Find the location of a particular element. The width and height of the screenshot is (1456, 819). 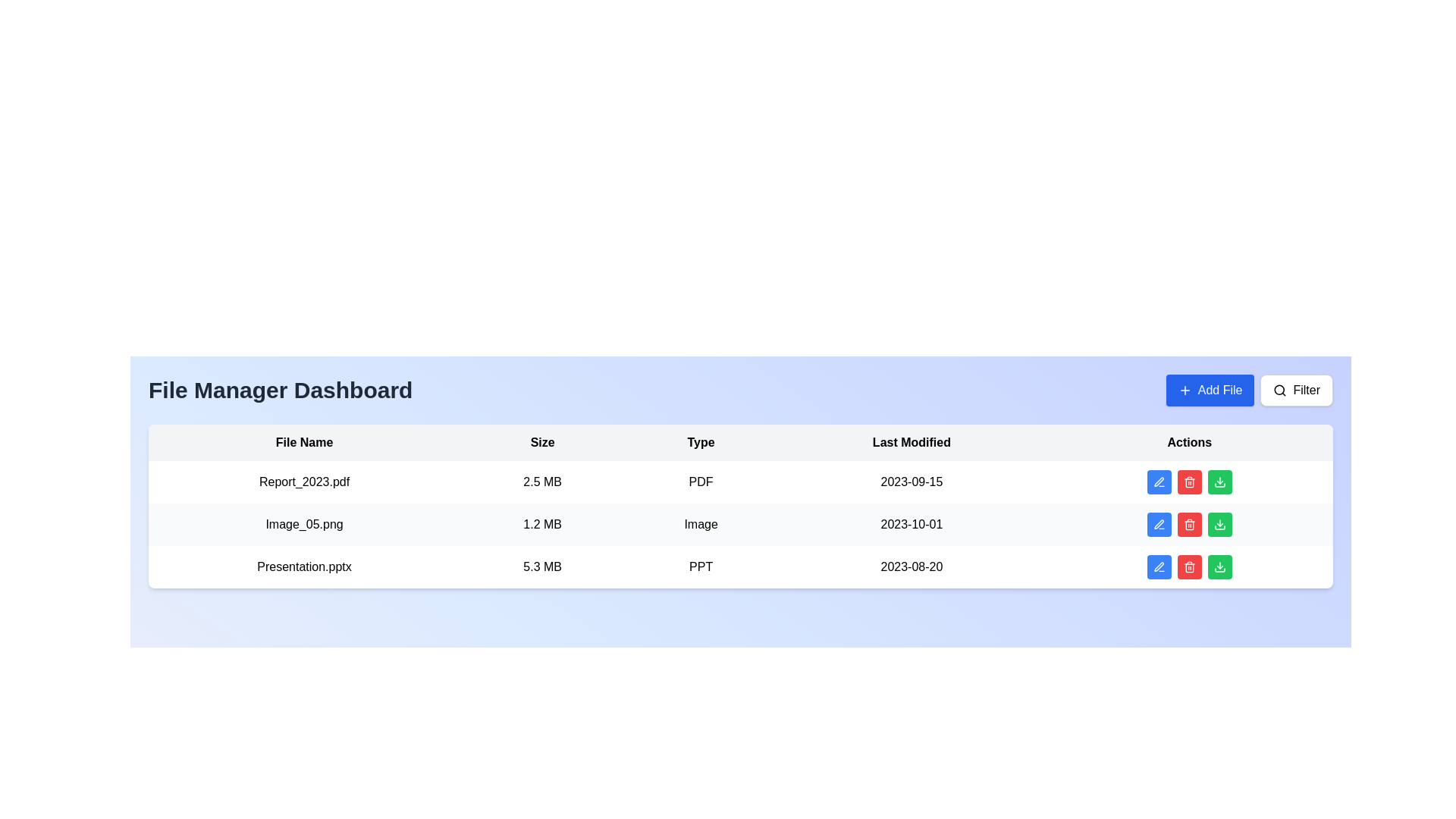

the delete icon button located in the 'Actions' column of the table corresponding to 'Image_05.png' to initiate deletion is located at coordinates (1188, 482).